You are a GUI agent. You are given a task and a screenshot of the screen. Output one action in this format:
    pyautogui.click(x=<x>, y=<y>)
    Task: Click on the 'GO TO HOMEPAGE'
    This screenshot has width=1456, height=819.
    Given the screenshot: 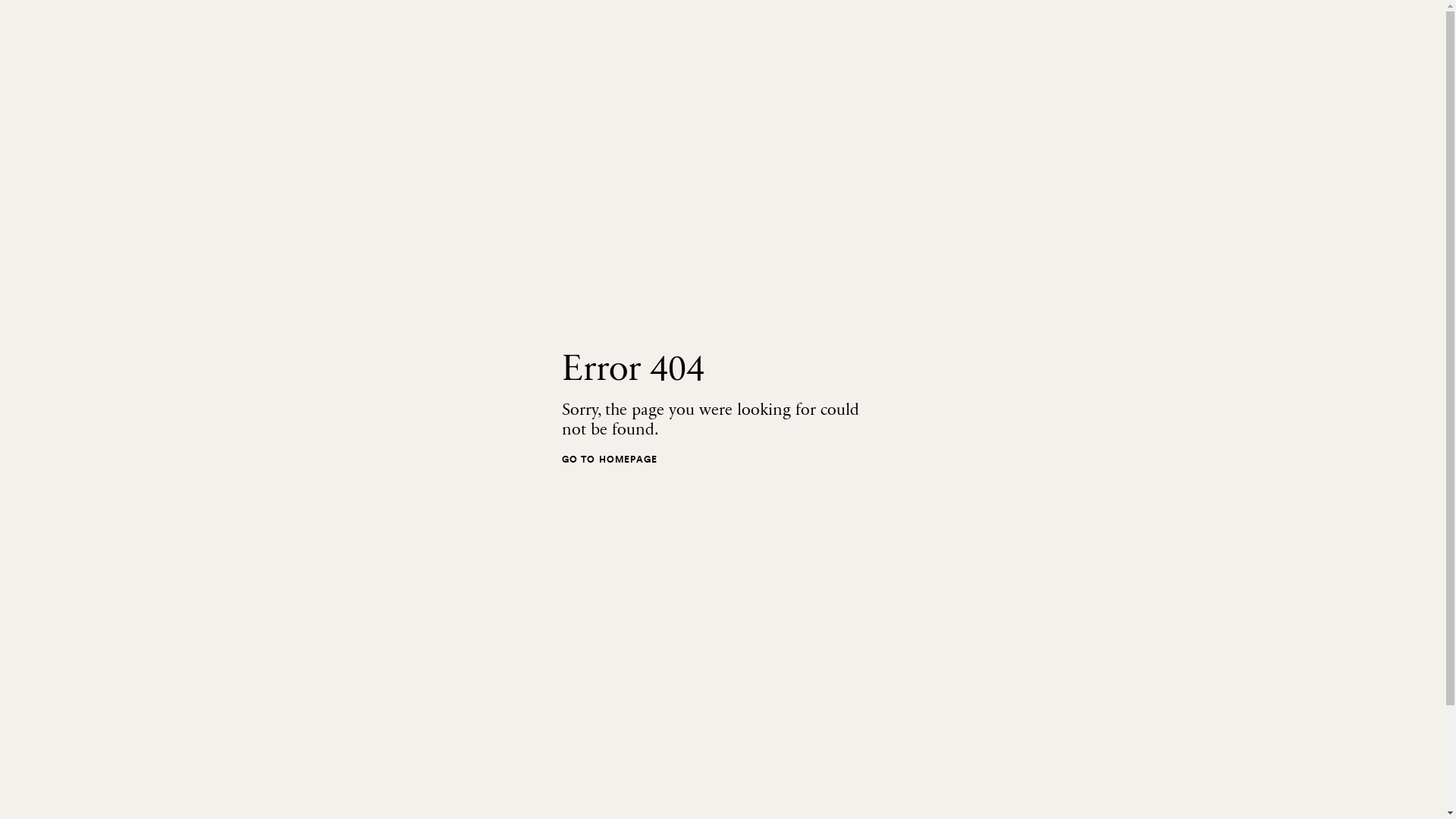 What is the action you would take?
    pyautogui.click(x=609, y=458)
    